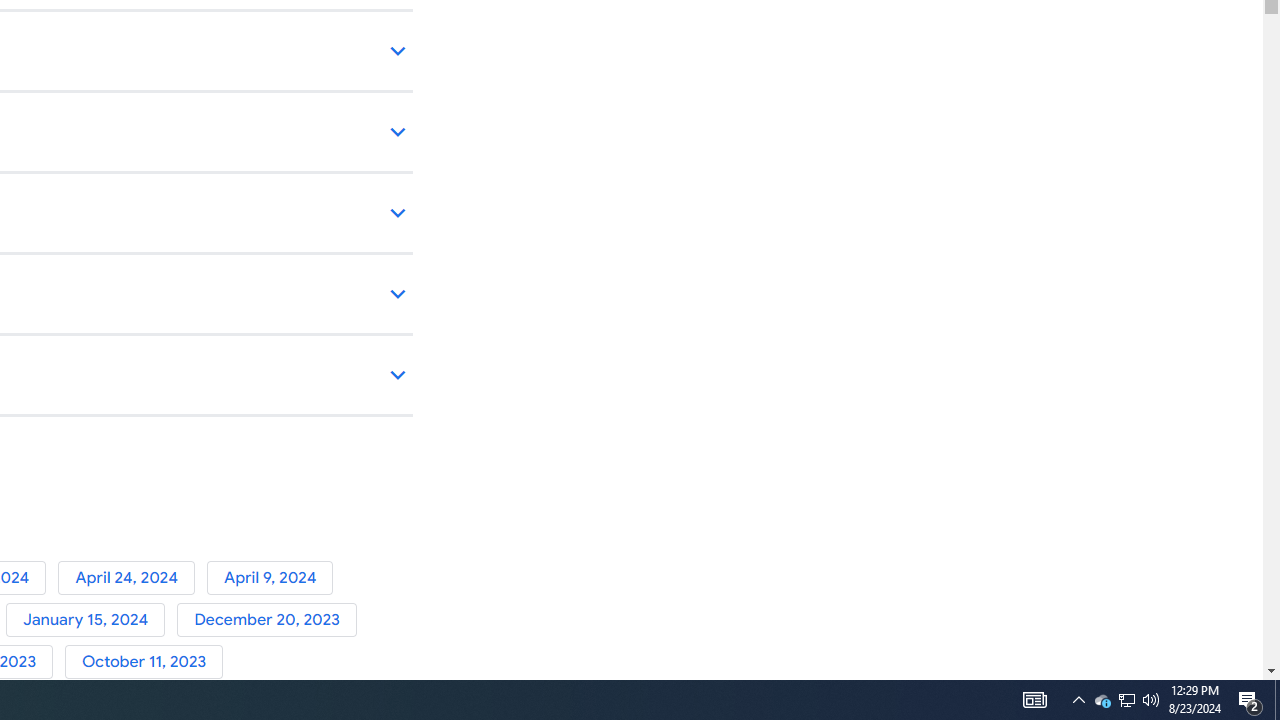 Image resolution: width=1280 pixels, height=720 pixels. Describe the element at coordinates (90, 619) in the screenshot. I see `'January 15, 2024'` at that location.